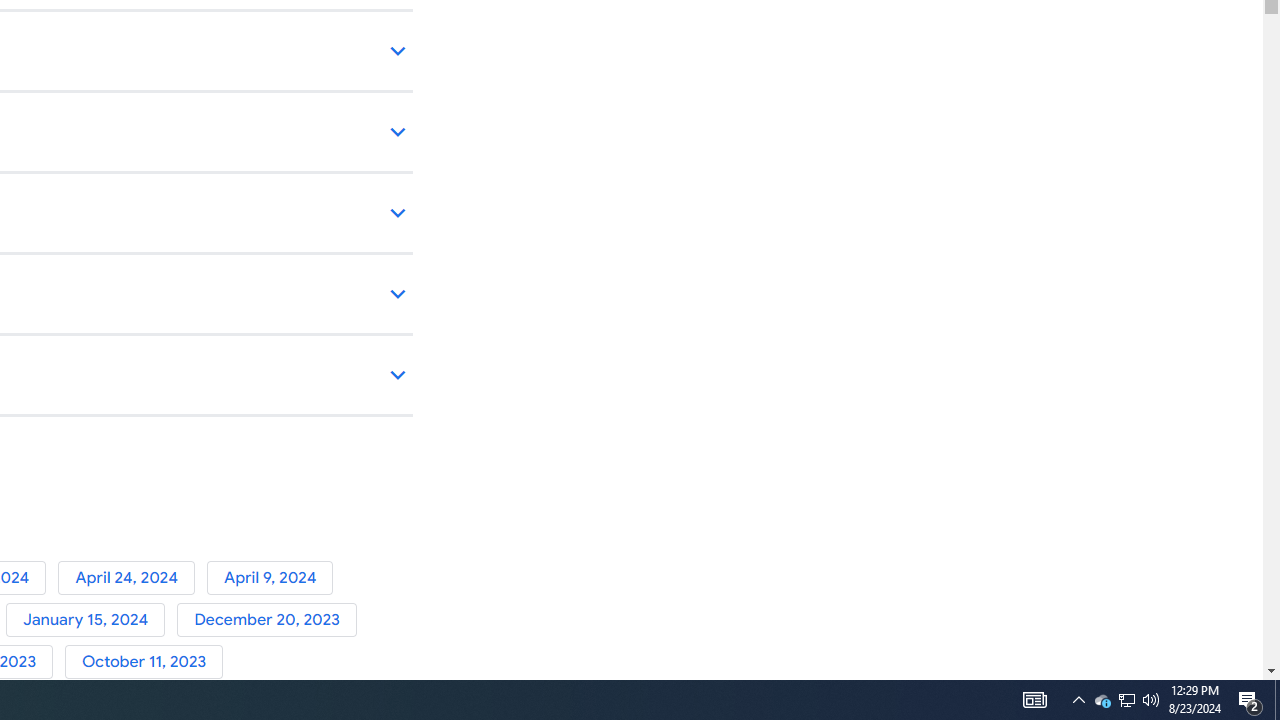 Image resolution: width=1280 pixels, height=720 pixels. Describe the element at coordinates (90, 619) in the screenshot. I see `'January 15, 2024'` at that location.